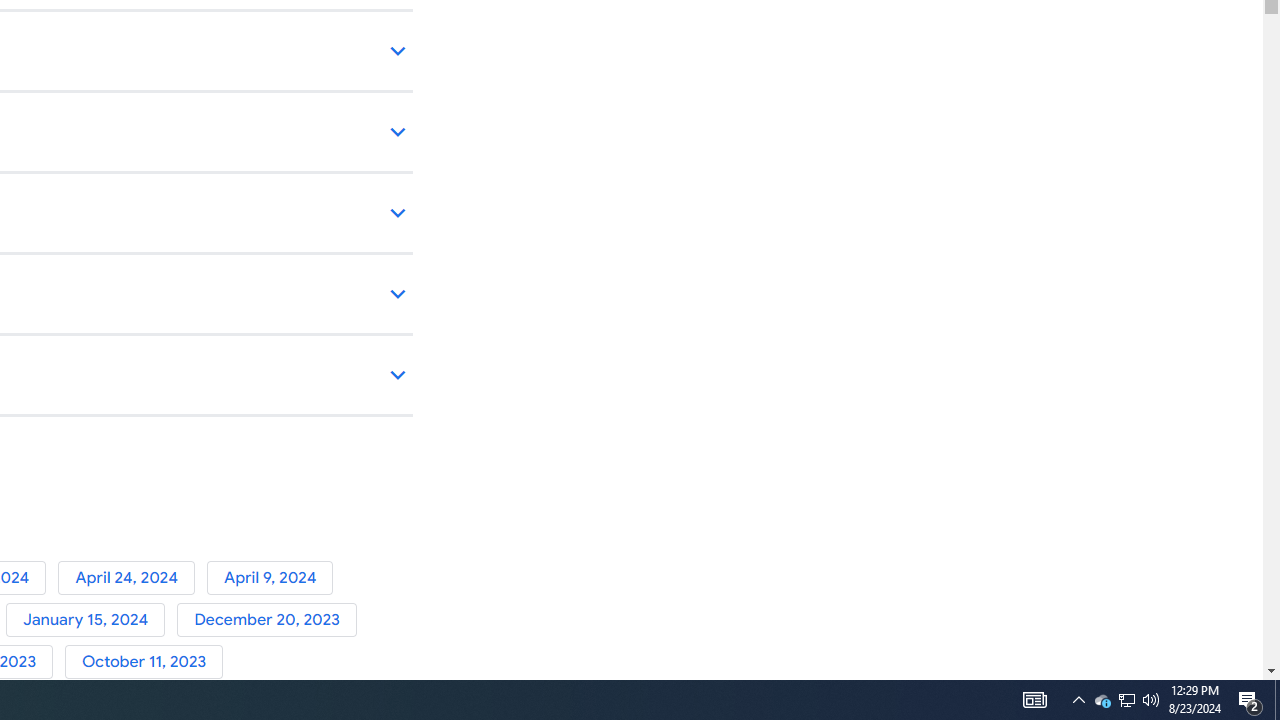 Image resolution: width=1280 pixels, height=720 pixels. Describe the element at coordinates (90, 619) in the screenshot. I see `'January 15, 2024'` at that location.